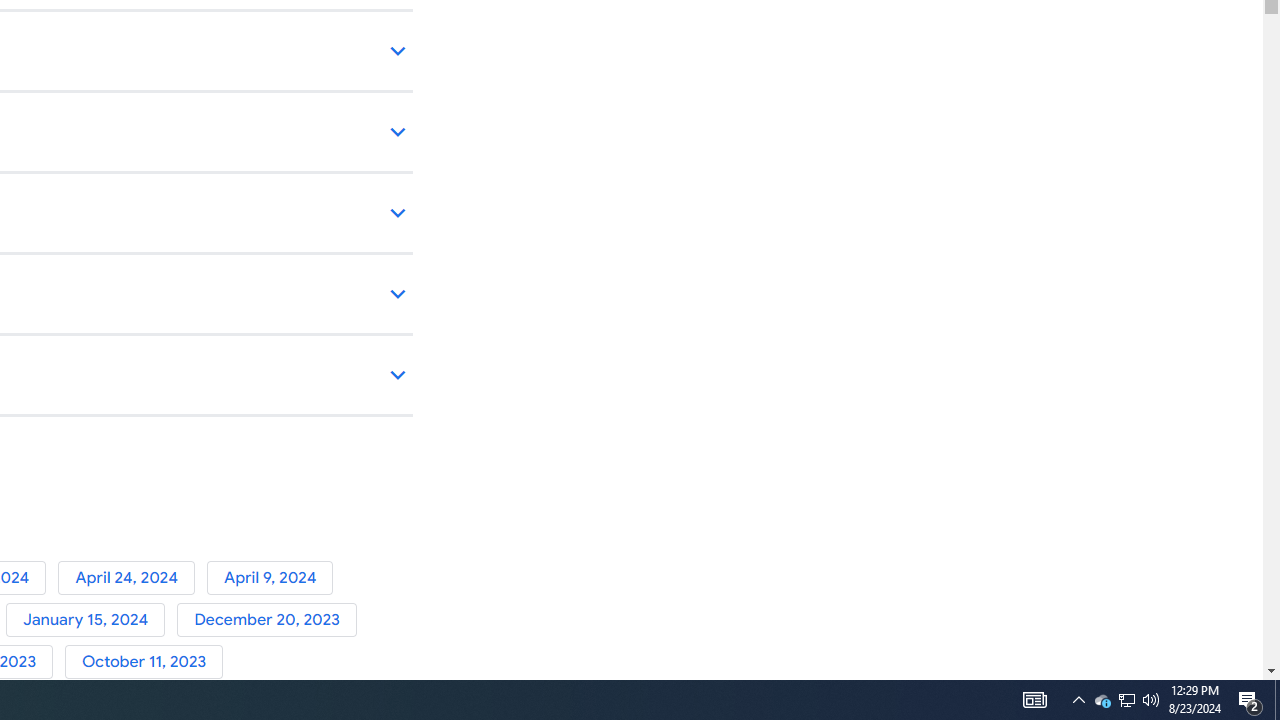 Image resolution: width=1280 pixels, height=720 pixels. Describe the element at coordinates (90, 619) in the screenshot. I see `'January 15, 2024'` at that location.